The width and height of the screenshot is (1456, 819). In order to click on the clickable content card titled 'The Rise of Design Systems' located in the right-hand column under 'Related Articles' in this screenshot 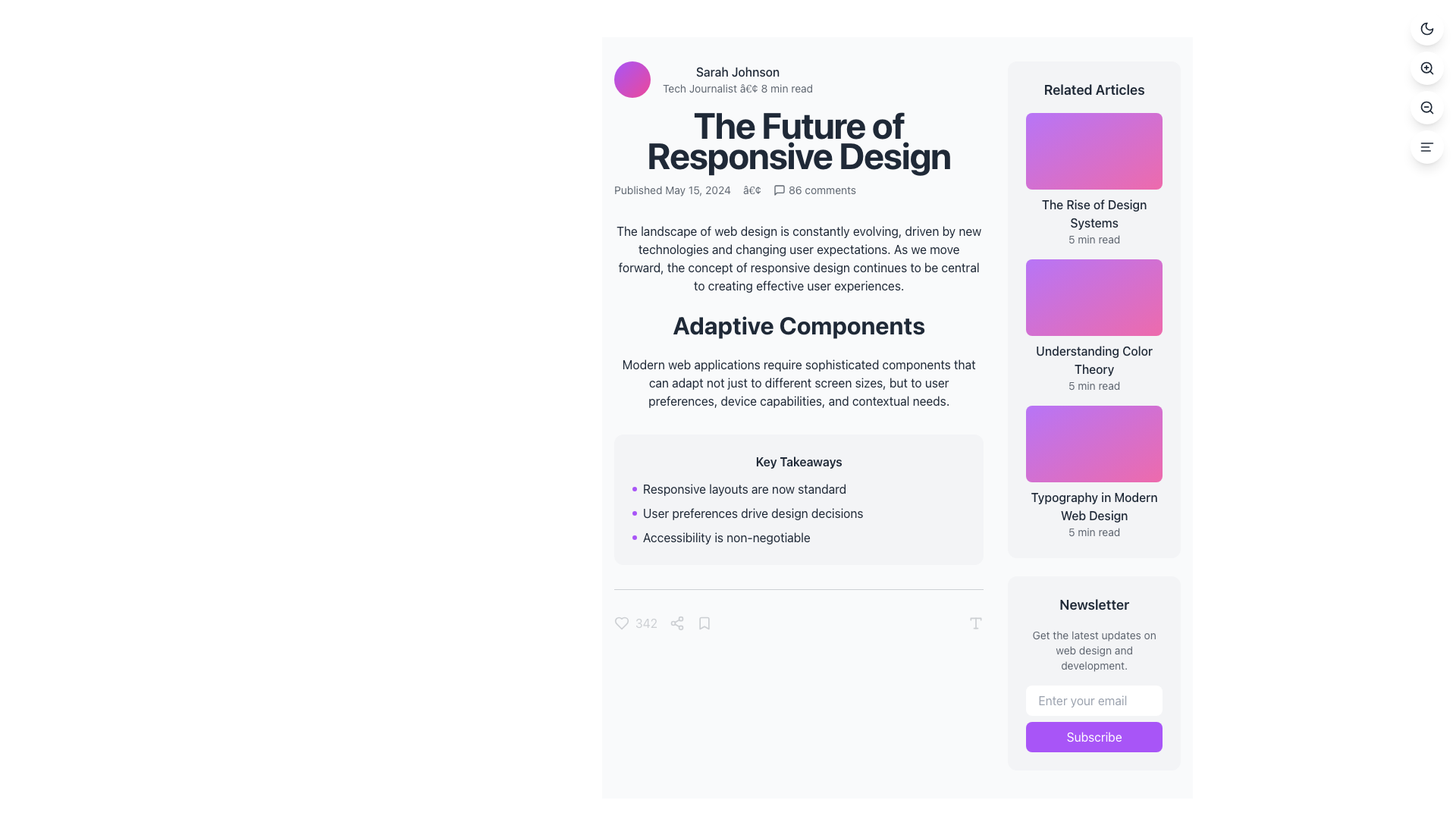, I will do `click(1094, 179)`.